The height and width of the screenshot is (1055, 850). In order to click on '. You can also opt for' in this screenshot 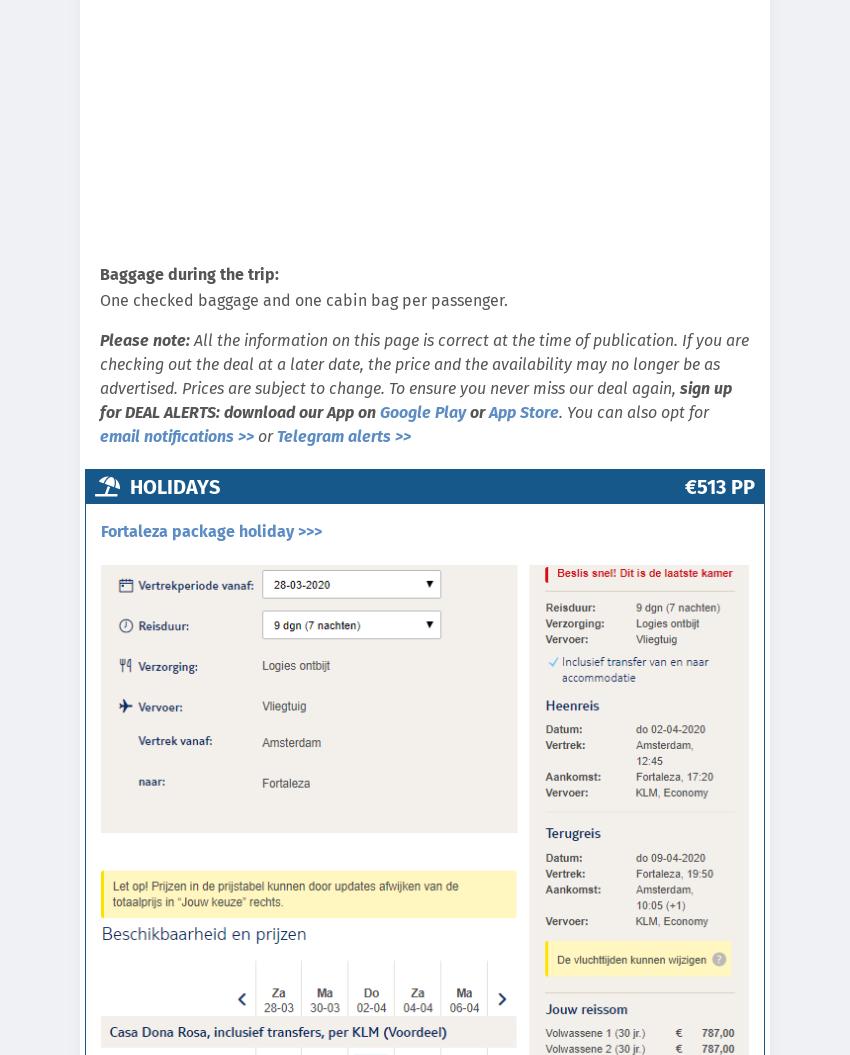, I will do `click(633, 411)`.